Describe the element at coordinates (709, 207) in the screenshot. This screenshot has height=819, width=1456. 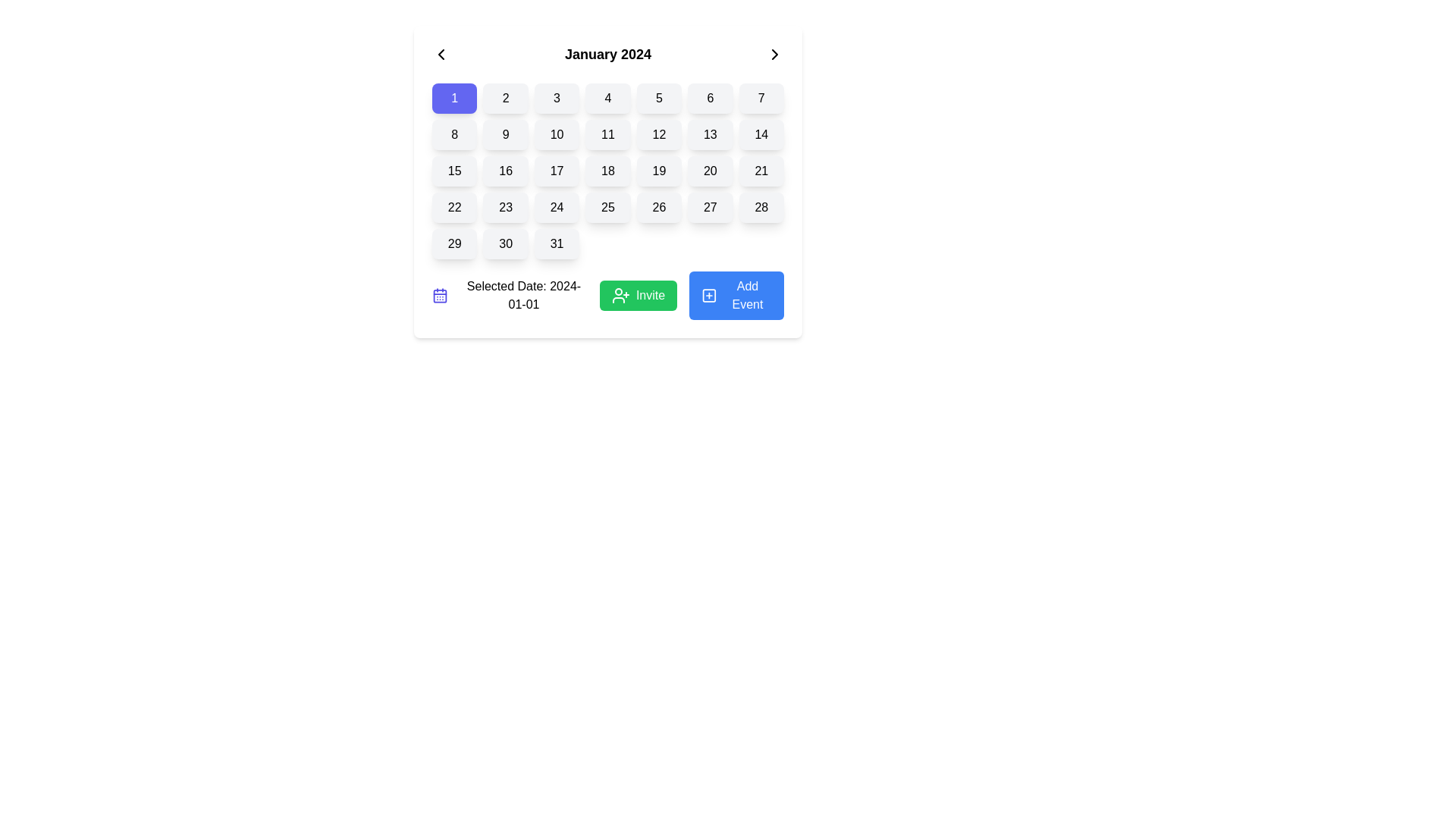
I see `the calendar day cell representing the 27th day of the month, which is displayed in the 7th column and 4th row of the grid` at that location.